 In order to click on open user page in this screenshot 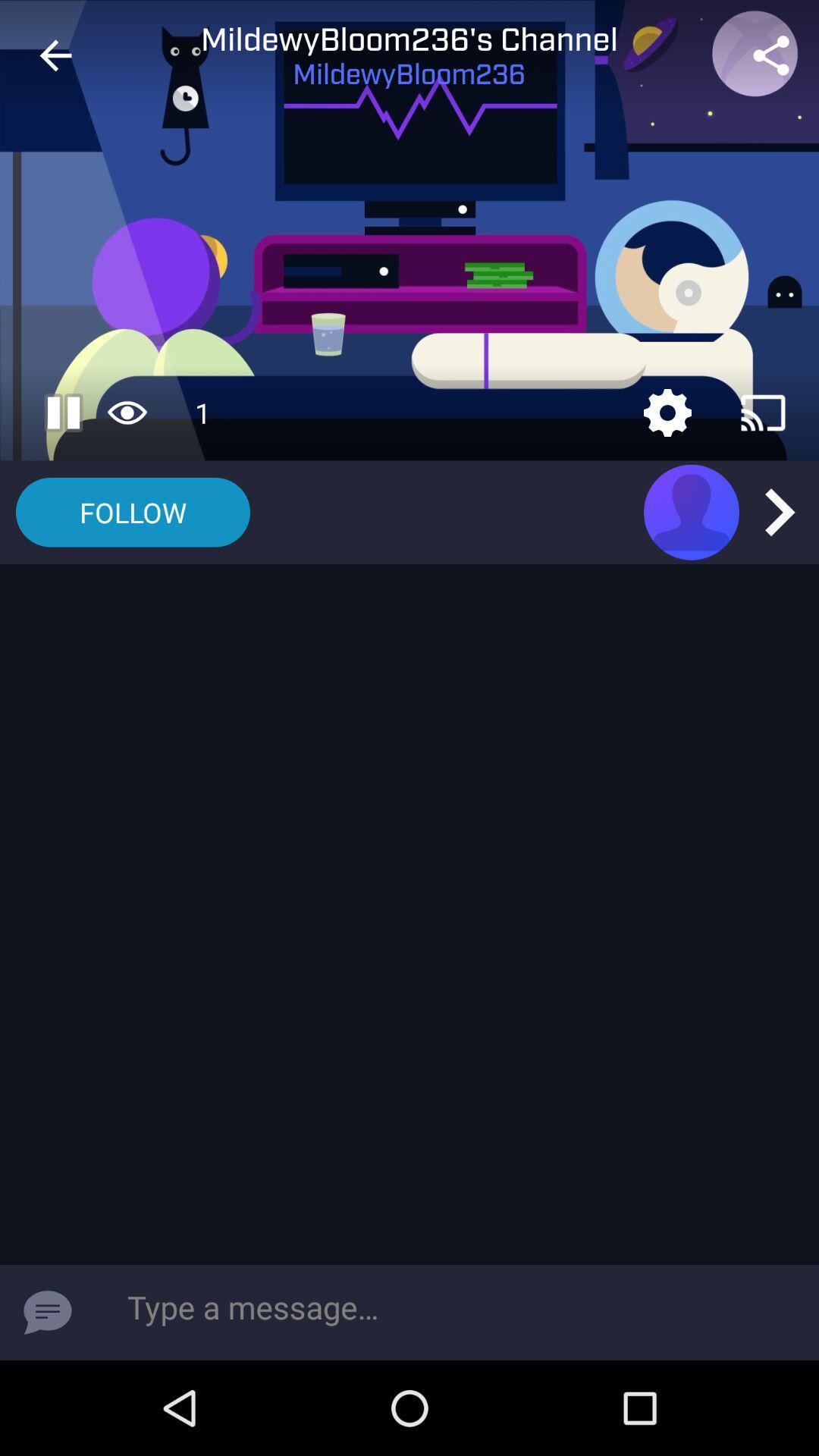, I will do `click(691, 512)`.